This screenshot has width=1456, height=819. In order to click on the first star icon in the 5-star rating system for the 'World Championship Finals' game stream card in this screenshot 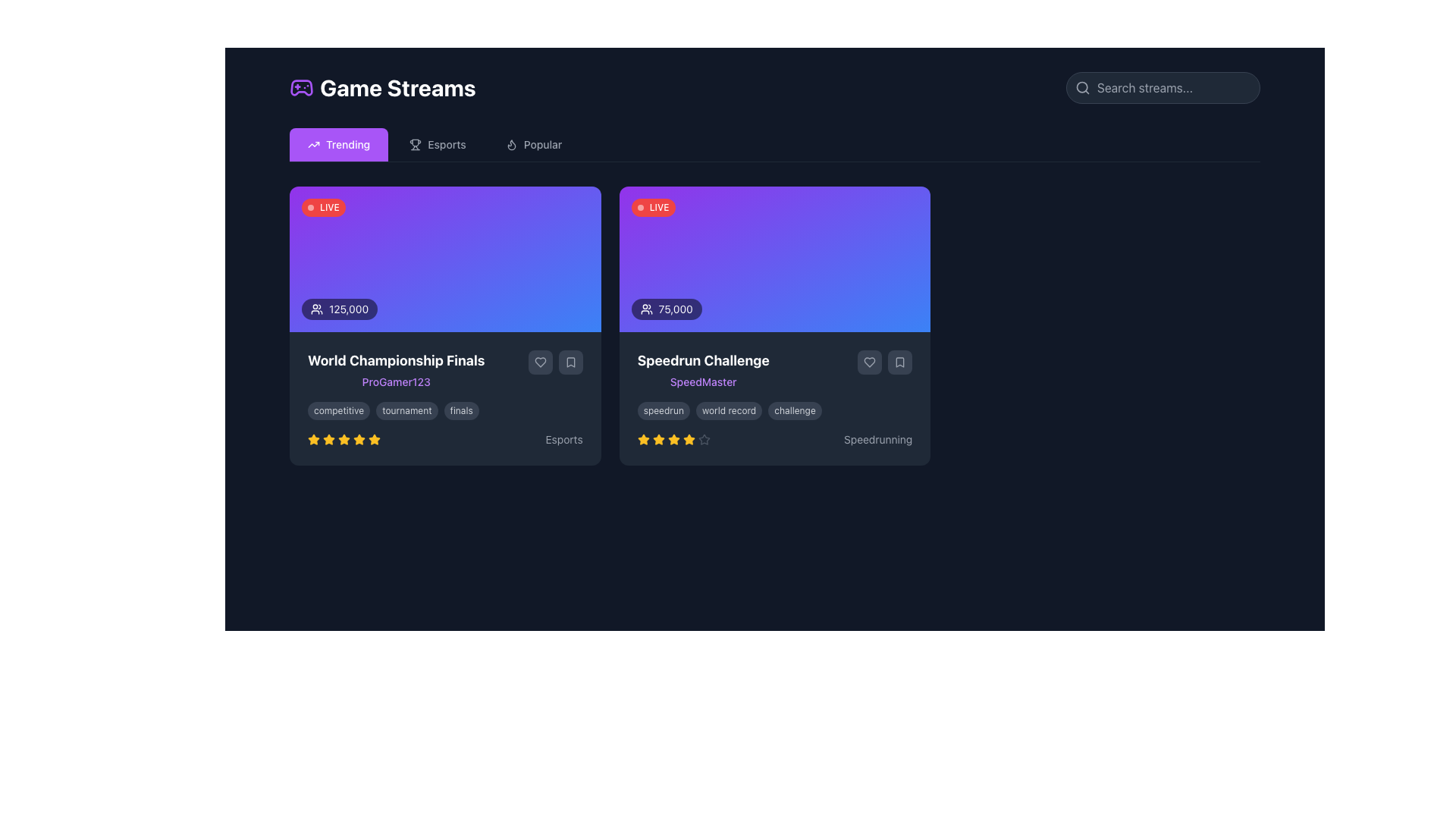, I will do `click(328, 439)`.